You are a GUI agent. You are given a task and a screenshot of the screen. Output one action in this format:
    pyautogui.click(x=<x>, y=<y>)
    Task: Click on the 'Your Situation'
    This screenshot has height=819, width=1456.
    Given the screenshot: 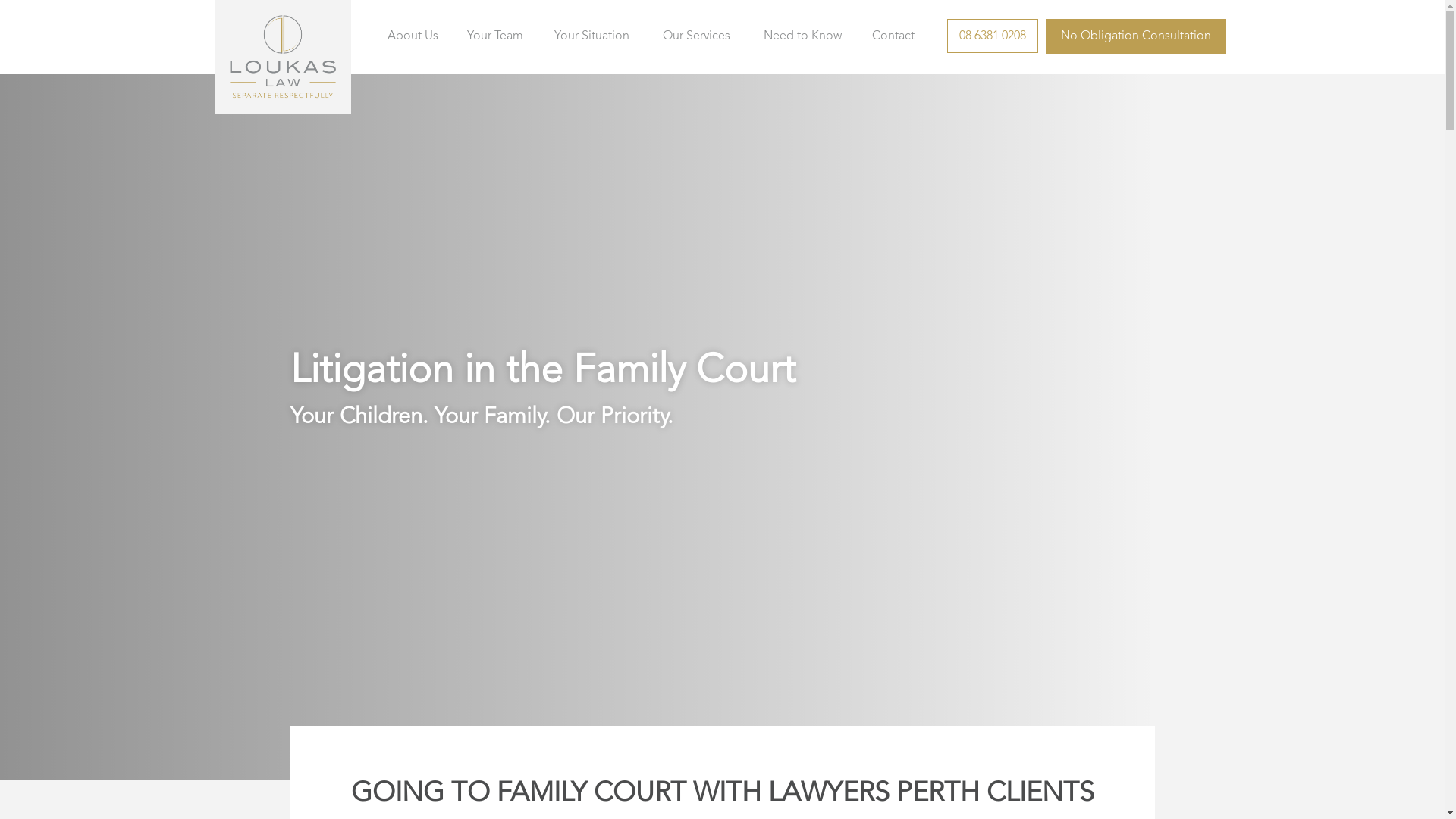 What is the action you would take?
    pyautogui.click(x=591, y=36)
    